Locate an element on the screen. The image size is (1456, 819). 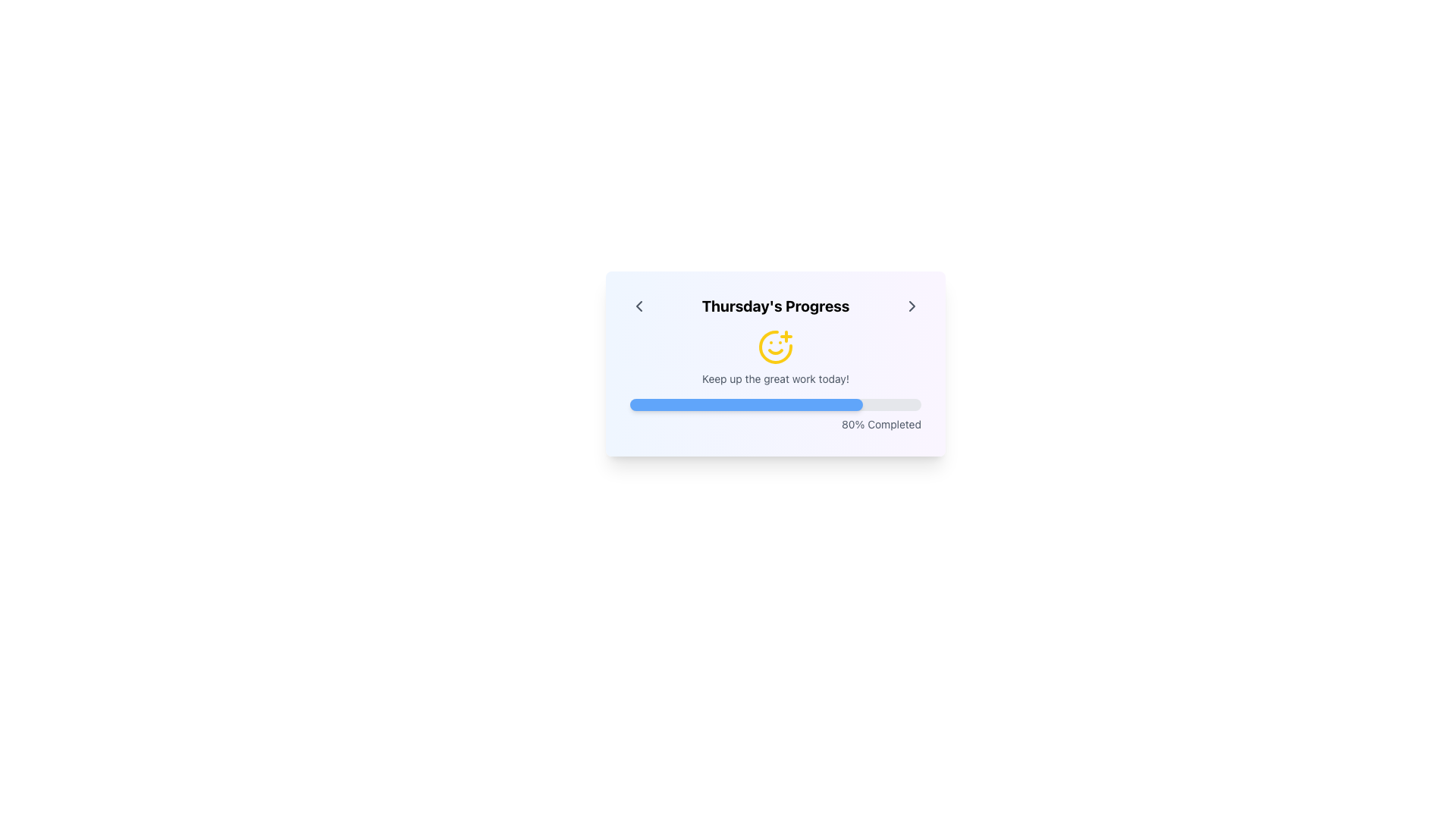
the encouragement icon located centrally below 'Thursday's Progress' and above 'Keep up the great work today!' is located at coordinates (775, 347).